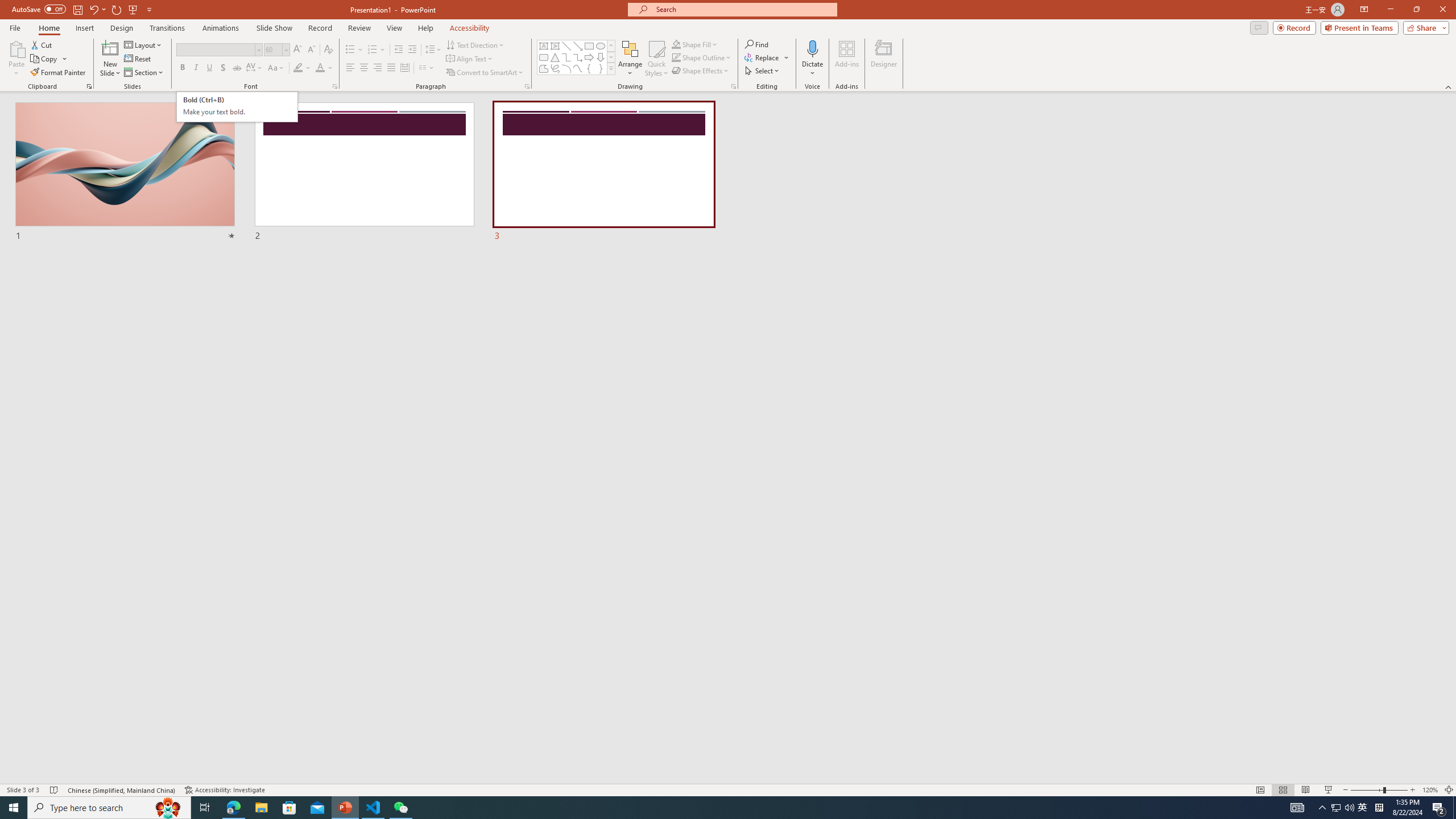  I want to click on 'Paste', so click(16, 48).